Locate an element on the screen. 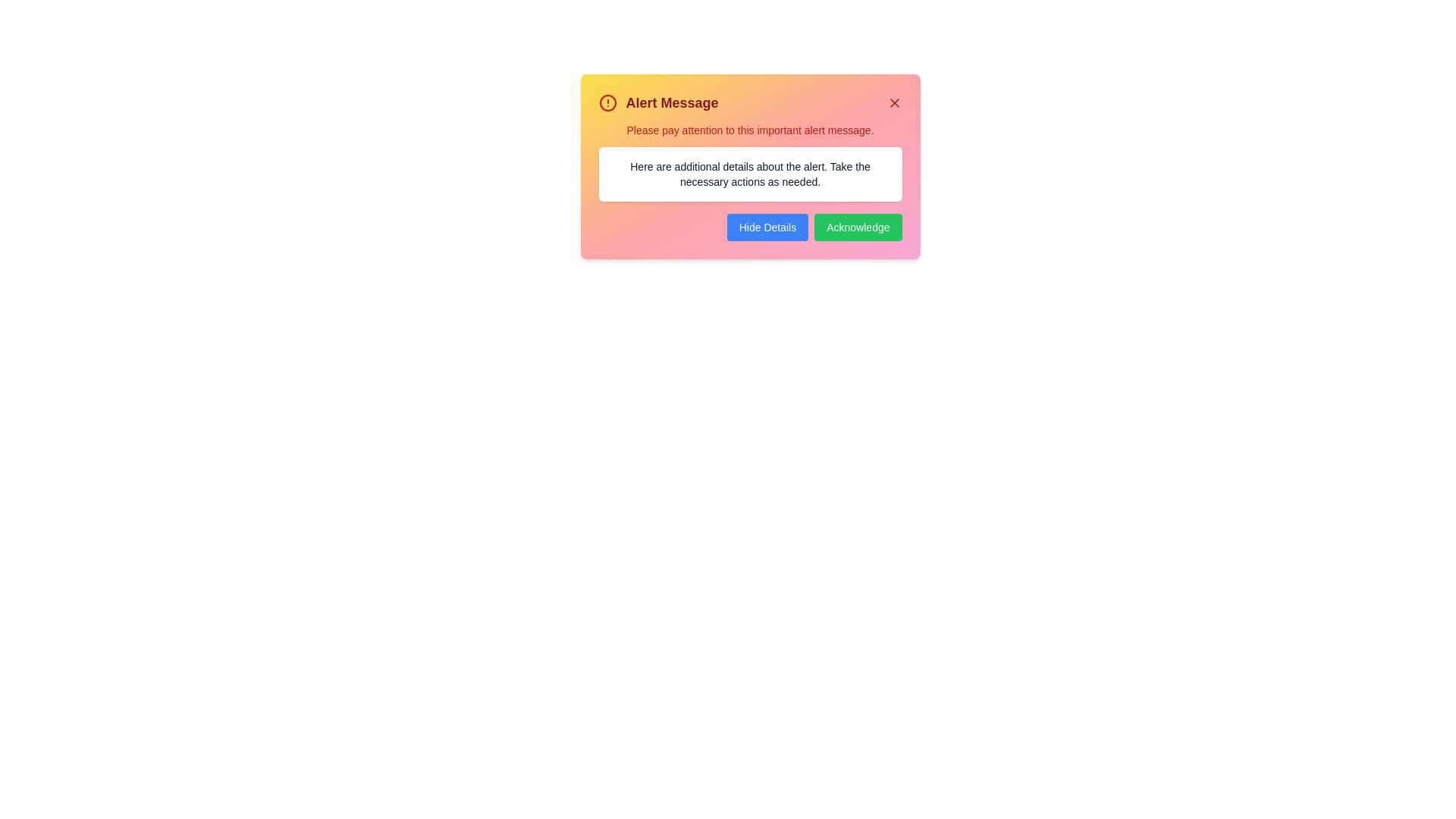 This screenshot has height=819, width=1456. the 'Hide Details' button to toggle the visibility of additional details is located at coordinates (767, 227).